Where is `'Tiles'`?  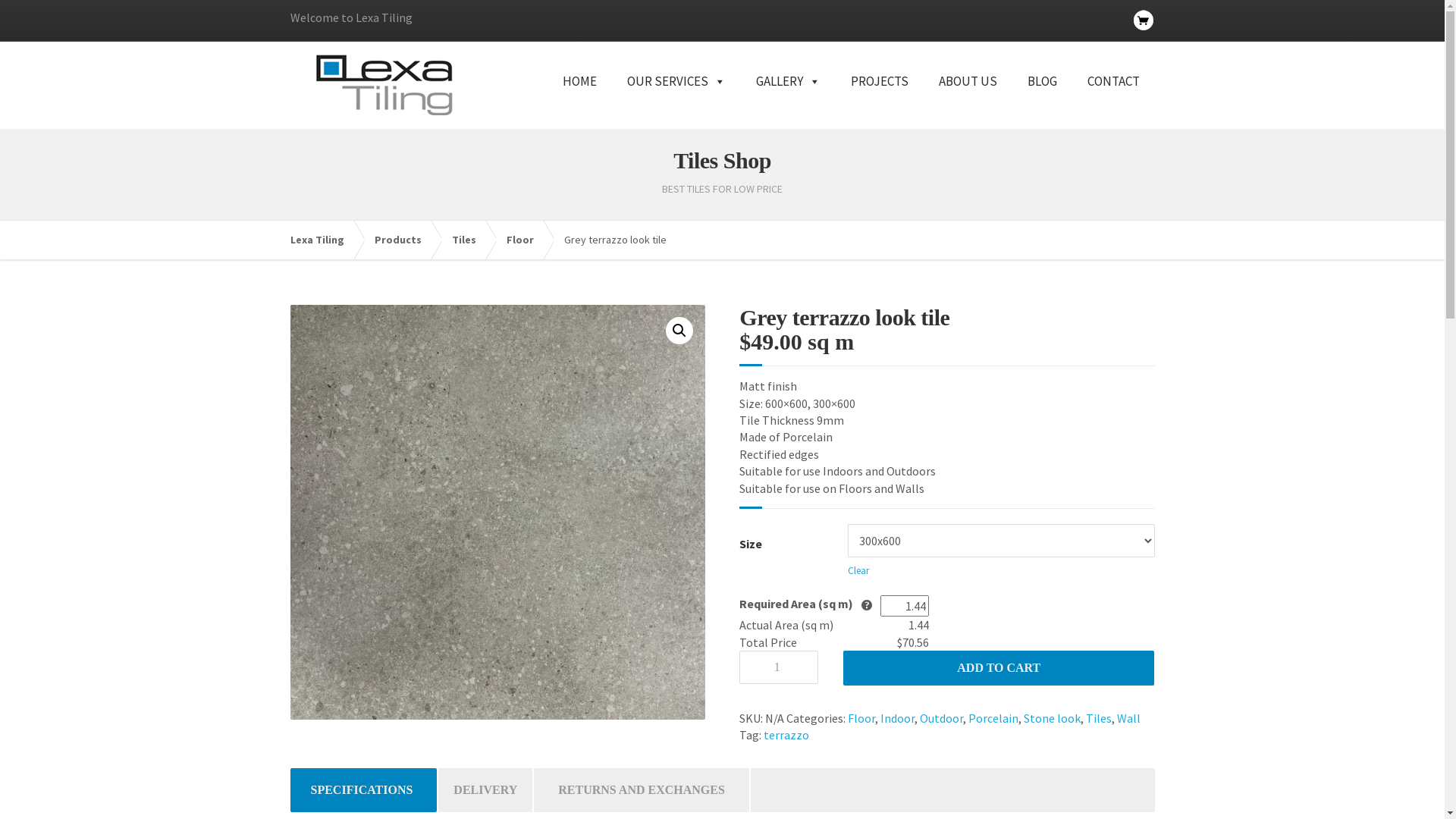
'Tiles' is located at coordinates (471, 239).